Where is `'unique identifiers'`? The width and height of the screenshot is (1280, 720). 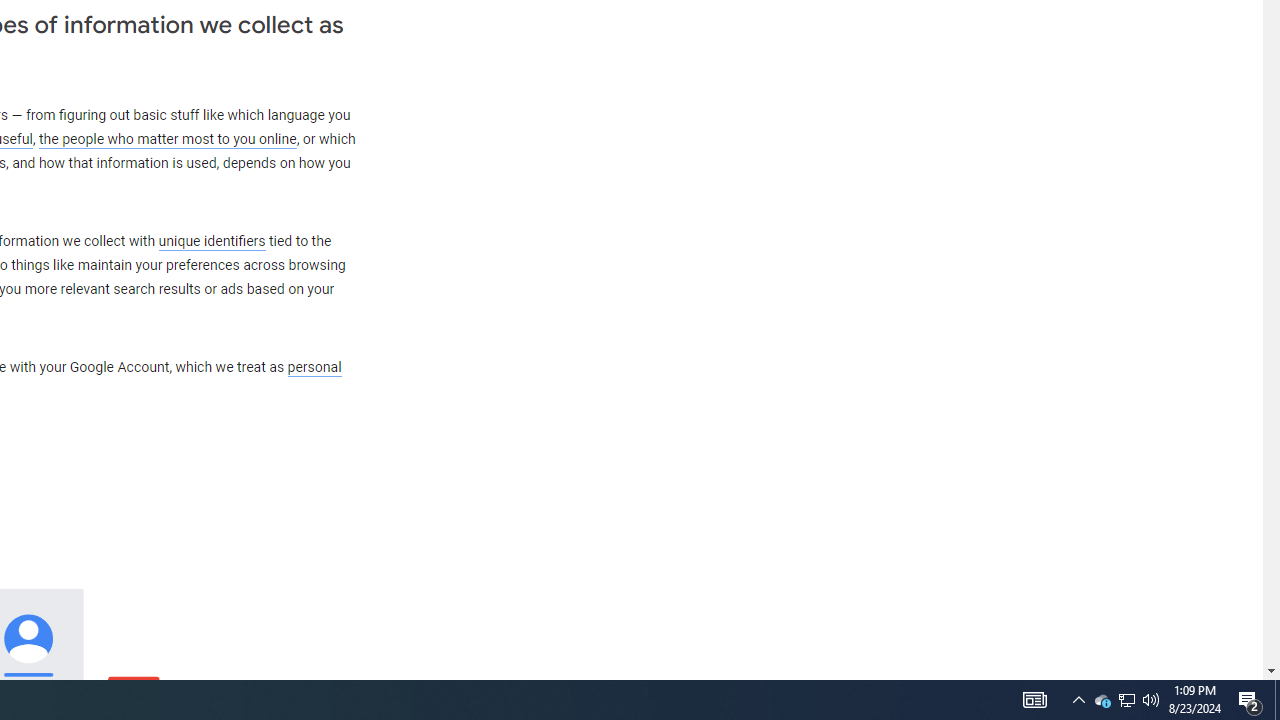 'unique identifiers' is located at coordinates (211, 240).